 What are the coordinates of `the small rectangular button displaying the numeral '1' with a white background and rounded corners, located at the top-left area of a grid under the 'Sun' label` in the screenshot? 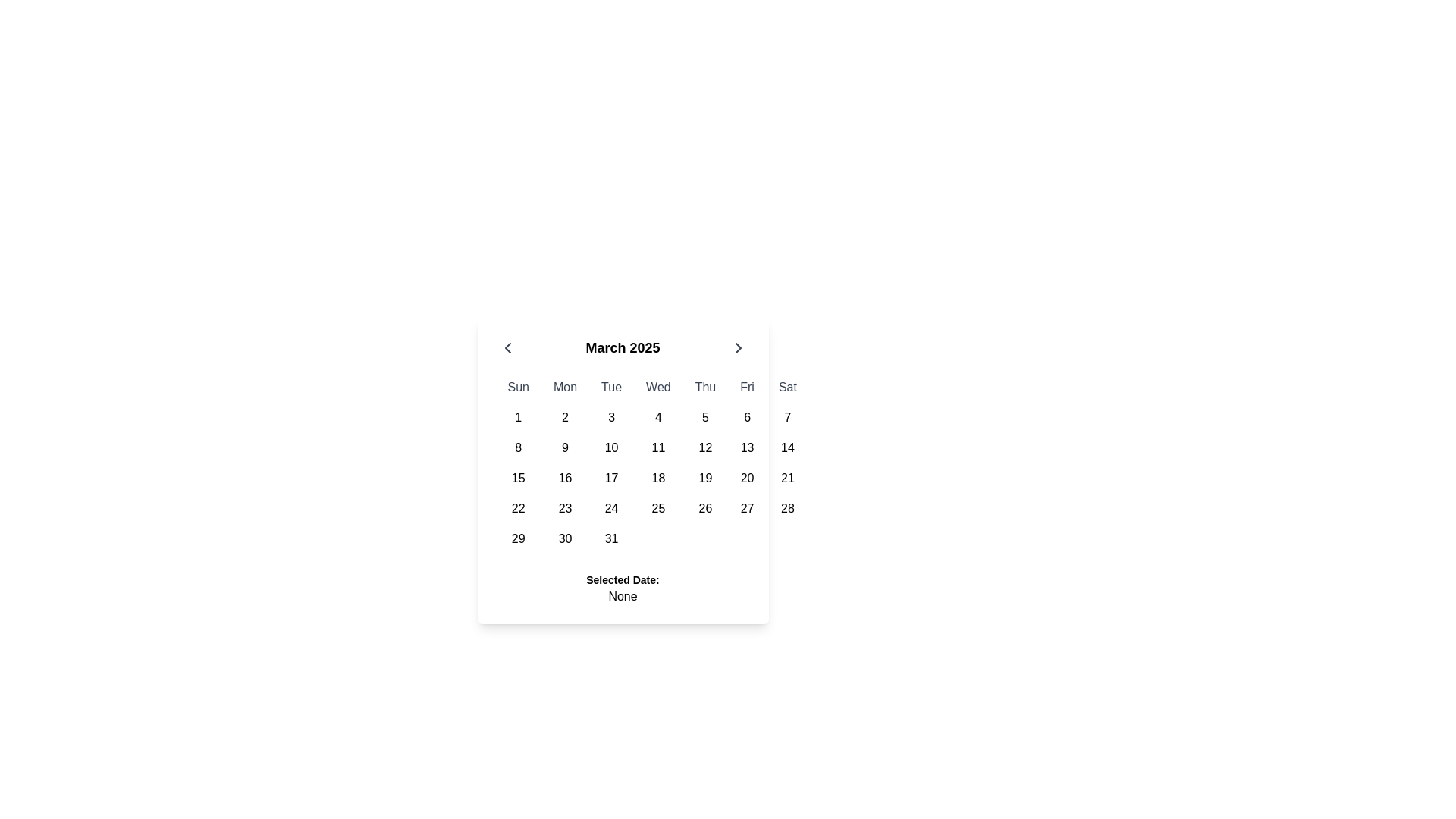 It's located at (518, 418).